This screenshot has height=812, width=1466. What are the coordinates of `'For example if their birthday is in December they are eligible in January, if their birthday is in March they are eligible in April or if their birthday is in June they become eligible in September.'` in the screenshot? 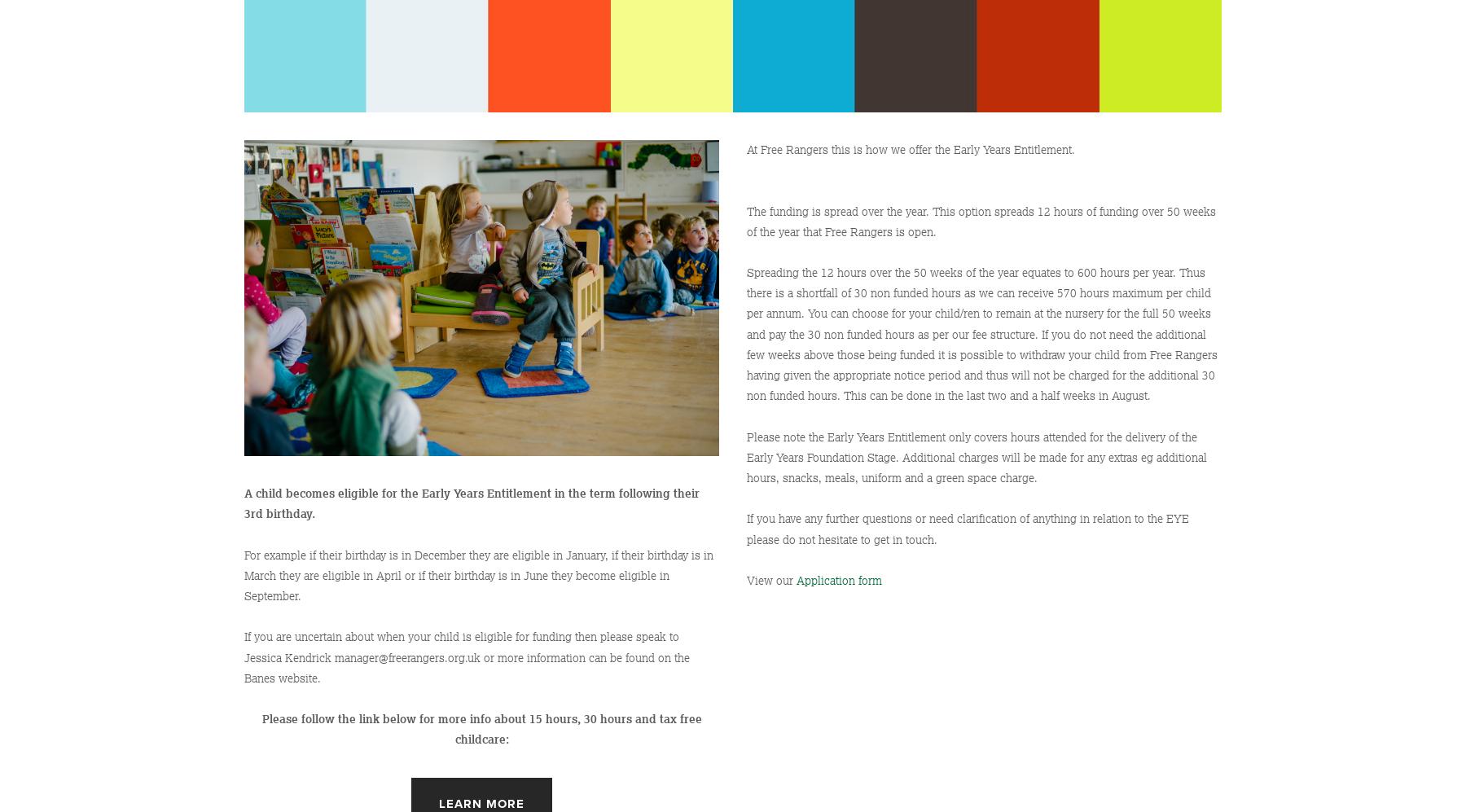 It's located at (481, 573).